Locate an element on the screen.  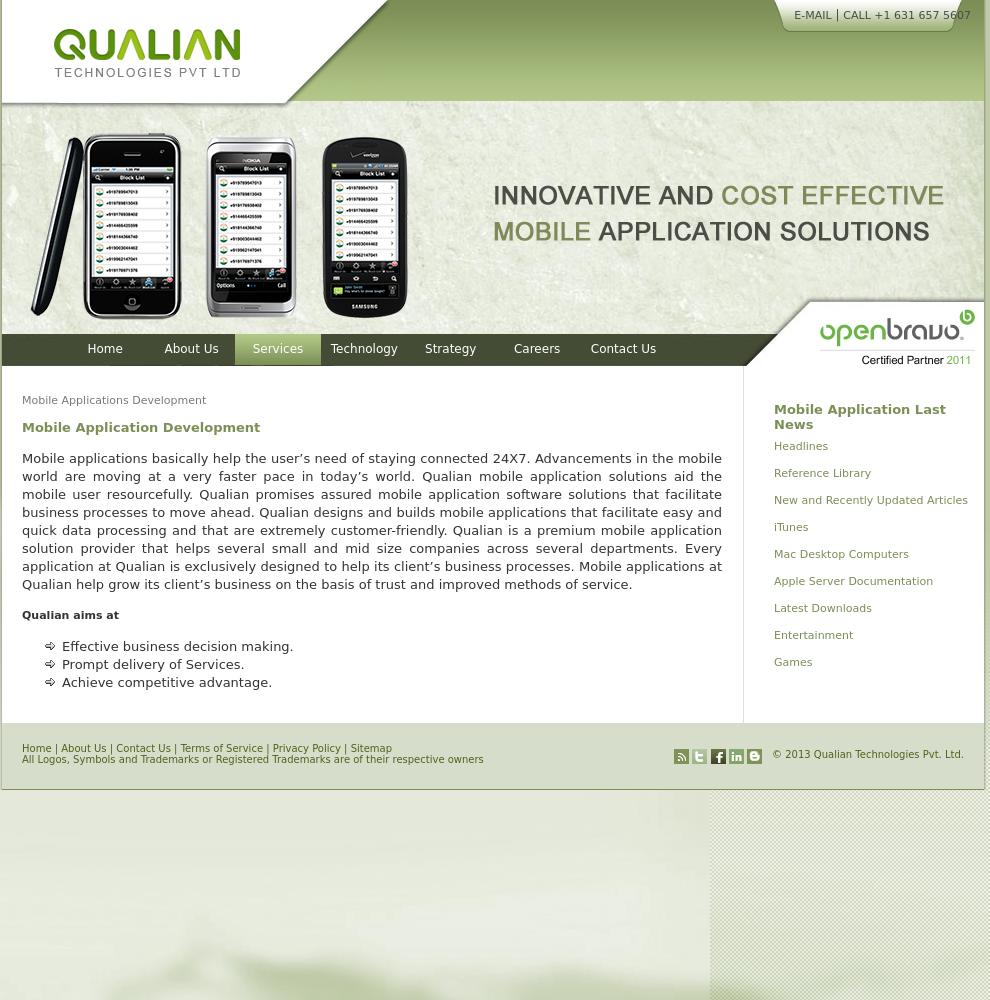
'Sitemap' is located at coordinates (349, 747).